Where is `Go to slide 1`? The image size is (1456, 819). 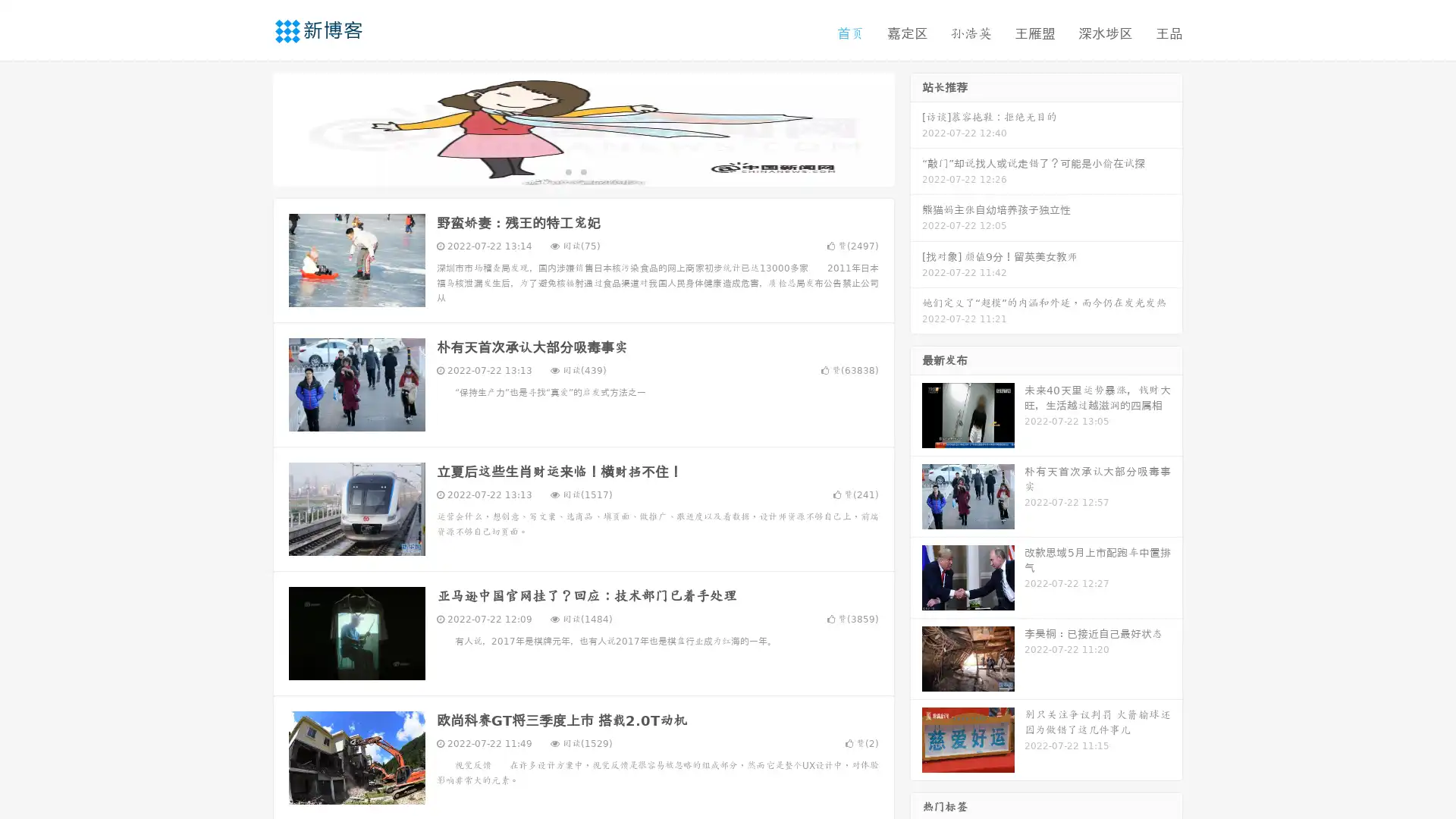 Go to slide 1 is located at coordinates (567, 171).